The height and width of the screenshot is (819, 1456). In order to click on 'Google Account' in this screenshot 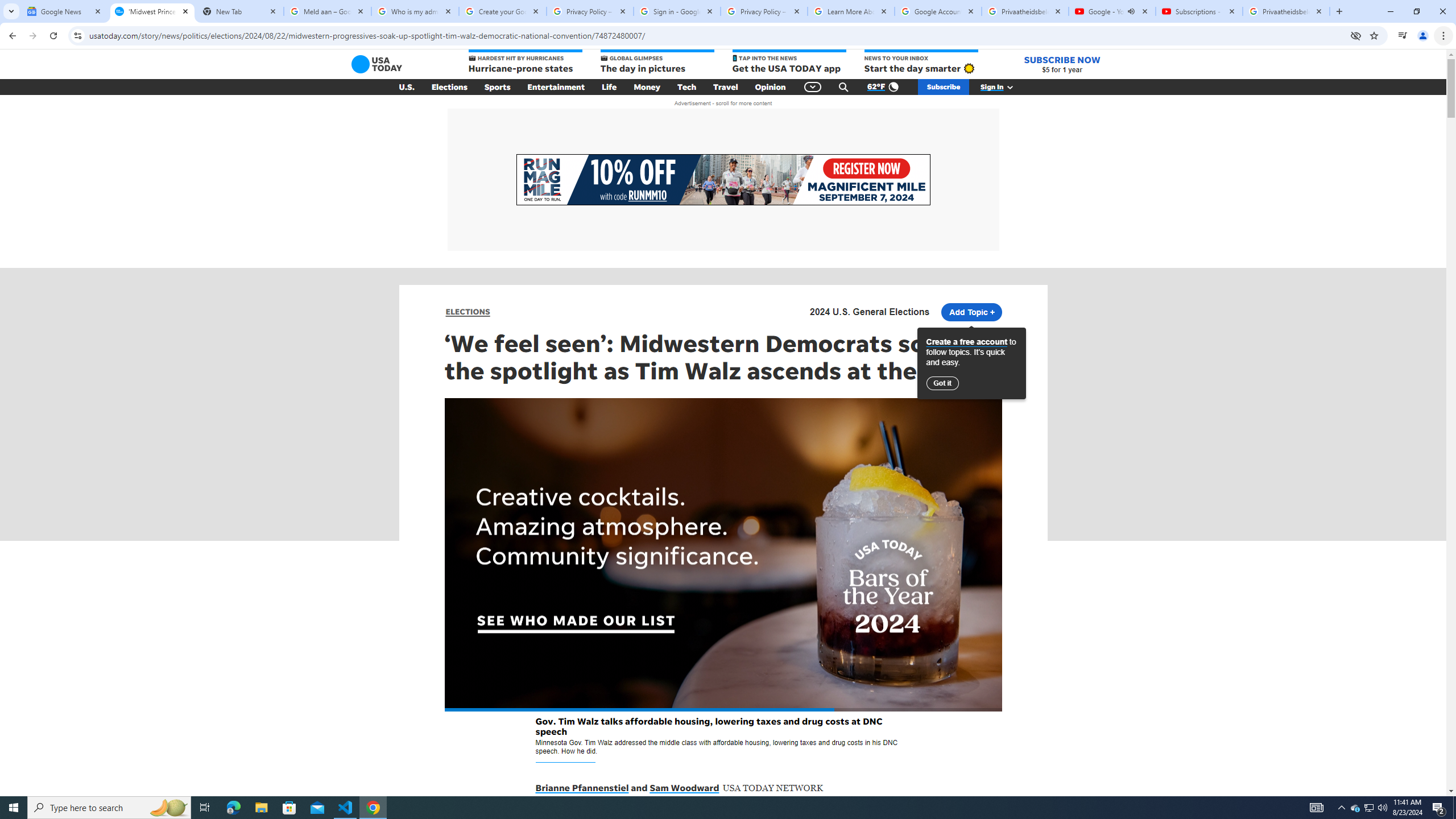, I will do `click(937, 11)`.